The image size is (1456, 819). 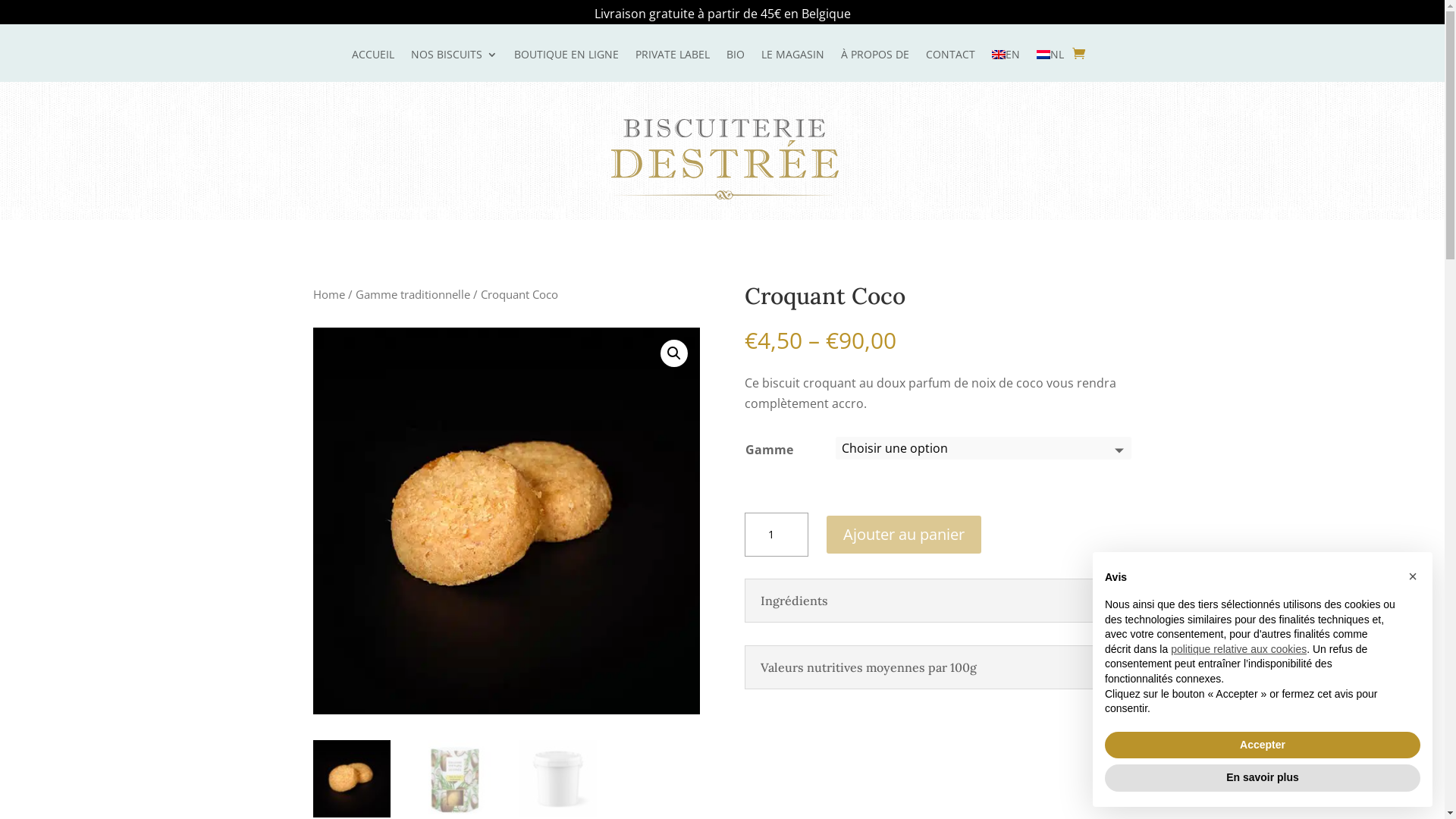 I want to click on 'ACCUEIL', so click(x=372, y=64).